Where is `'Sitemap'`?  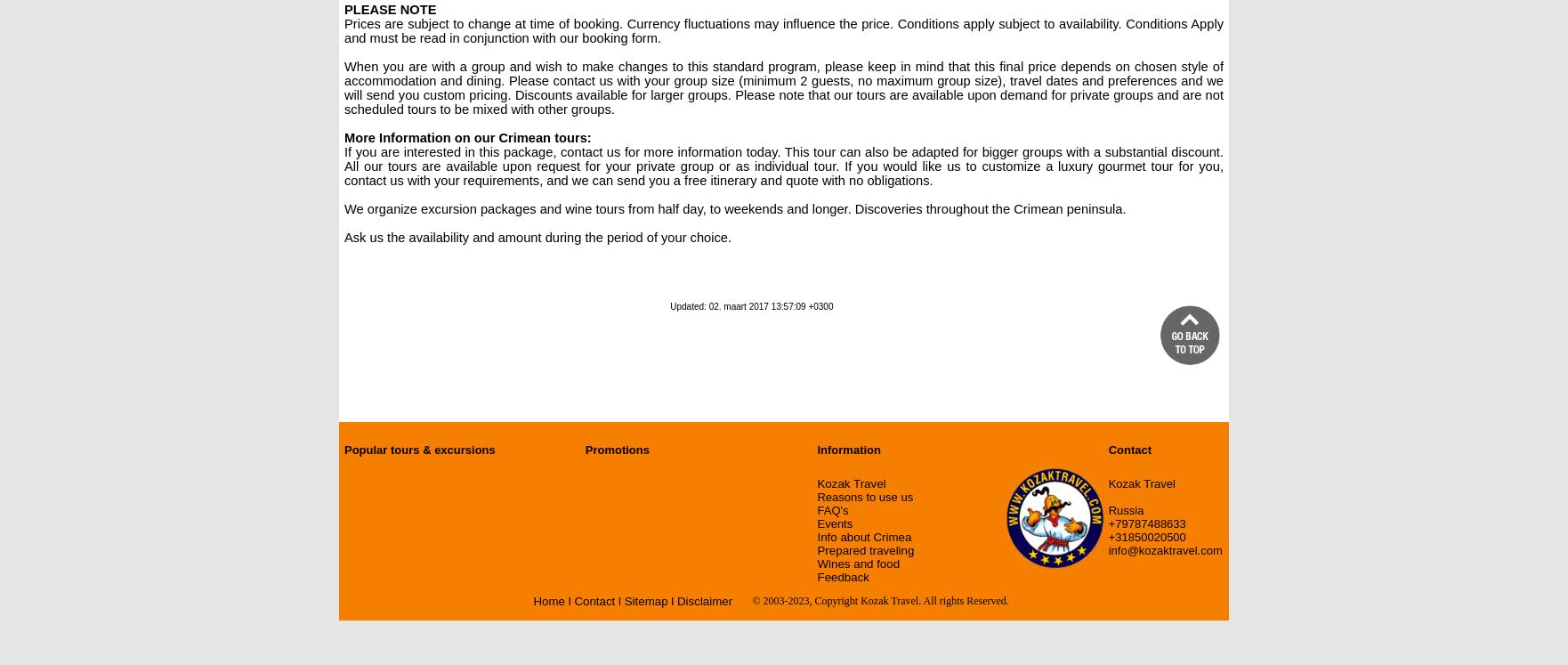
'Sitemap' is located at coordinates (644, 601).